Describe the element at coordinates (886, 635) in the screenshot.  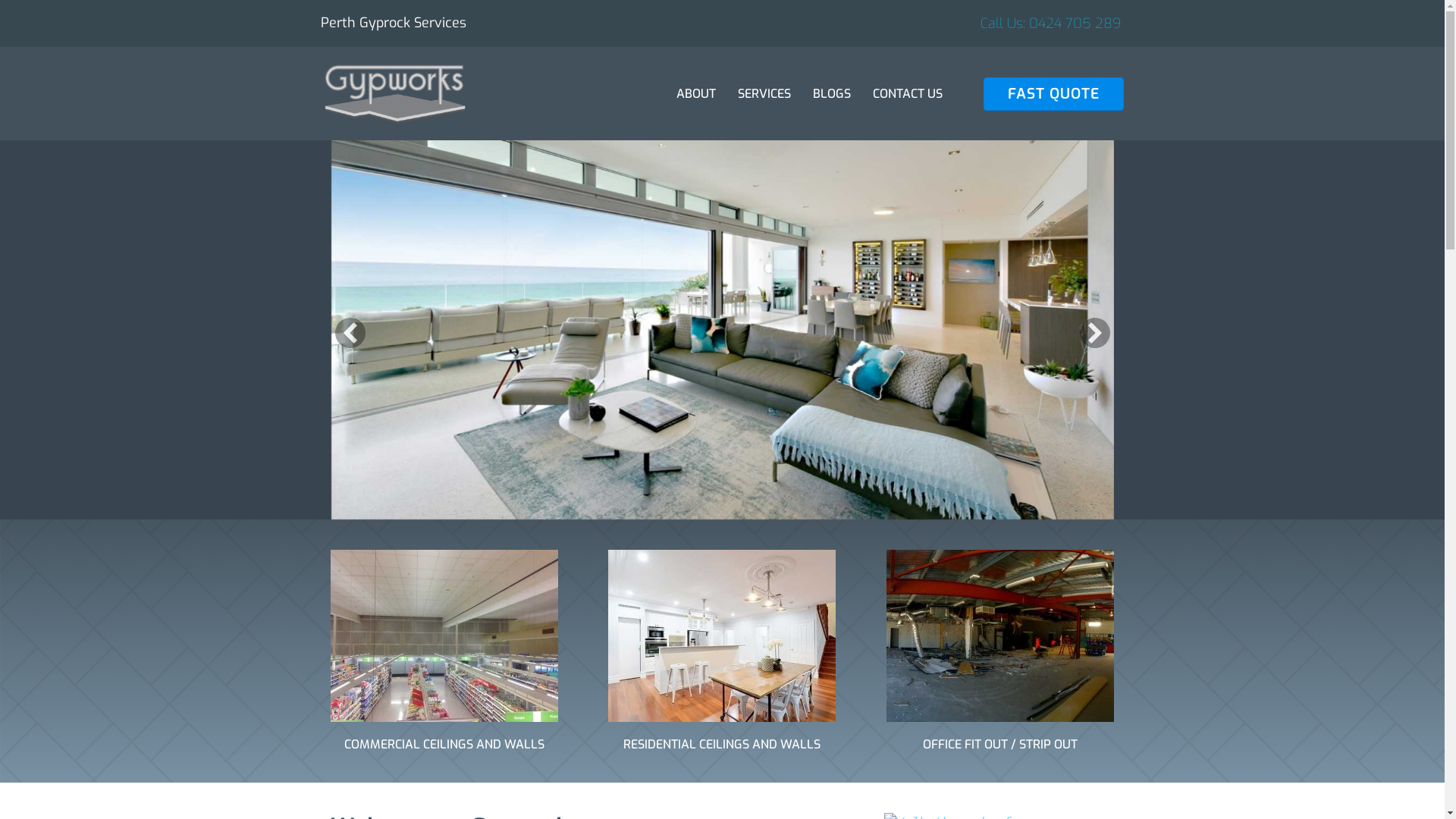
I see `'fcacbf0890f5556ac7156678fe834ebf'` at that location.